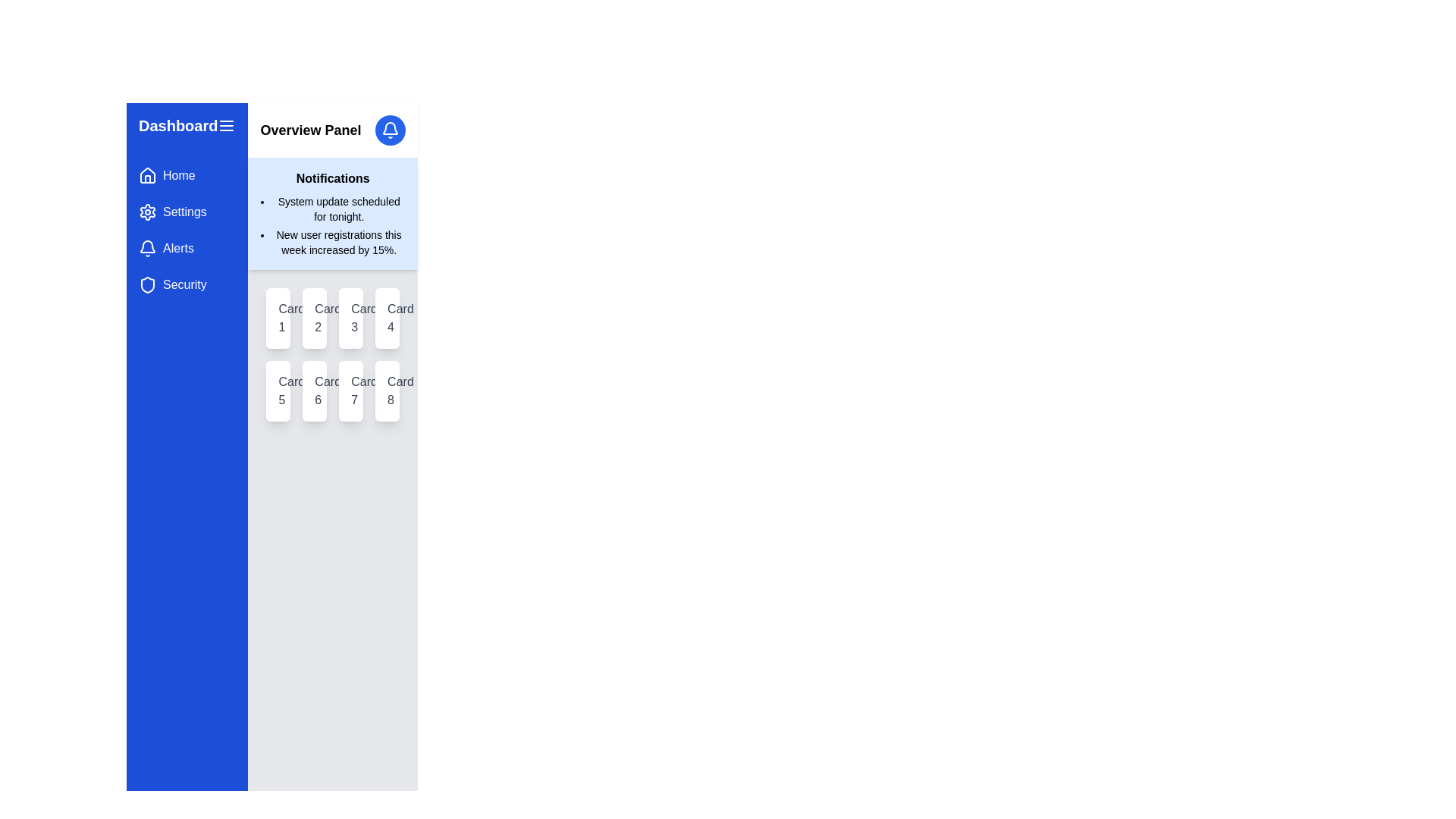  What do you see at coordinates (148, 246) in the screenshot?
I see `the bell-shaped icon element used for notifications located in the top-right part of the interface, adjacent to the 'Overview Panel' heading` at bounding box center [148, 246].